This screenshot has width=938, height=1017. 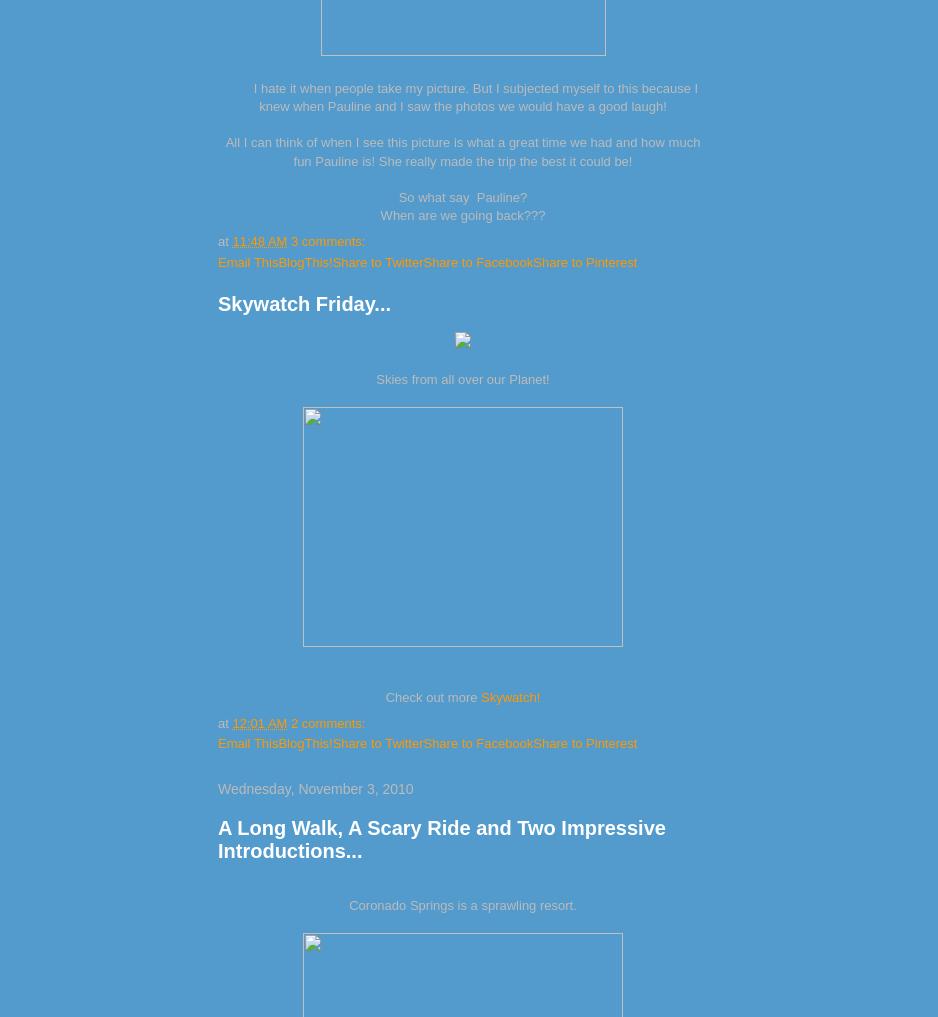 What do you see at coordinates (509, 695) in the screenshot?
I see `'Skywatch!'` at bounding box center [509, 695].